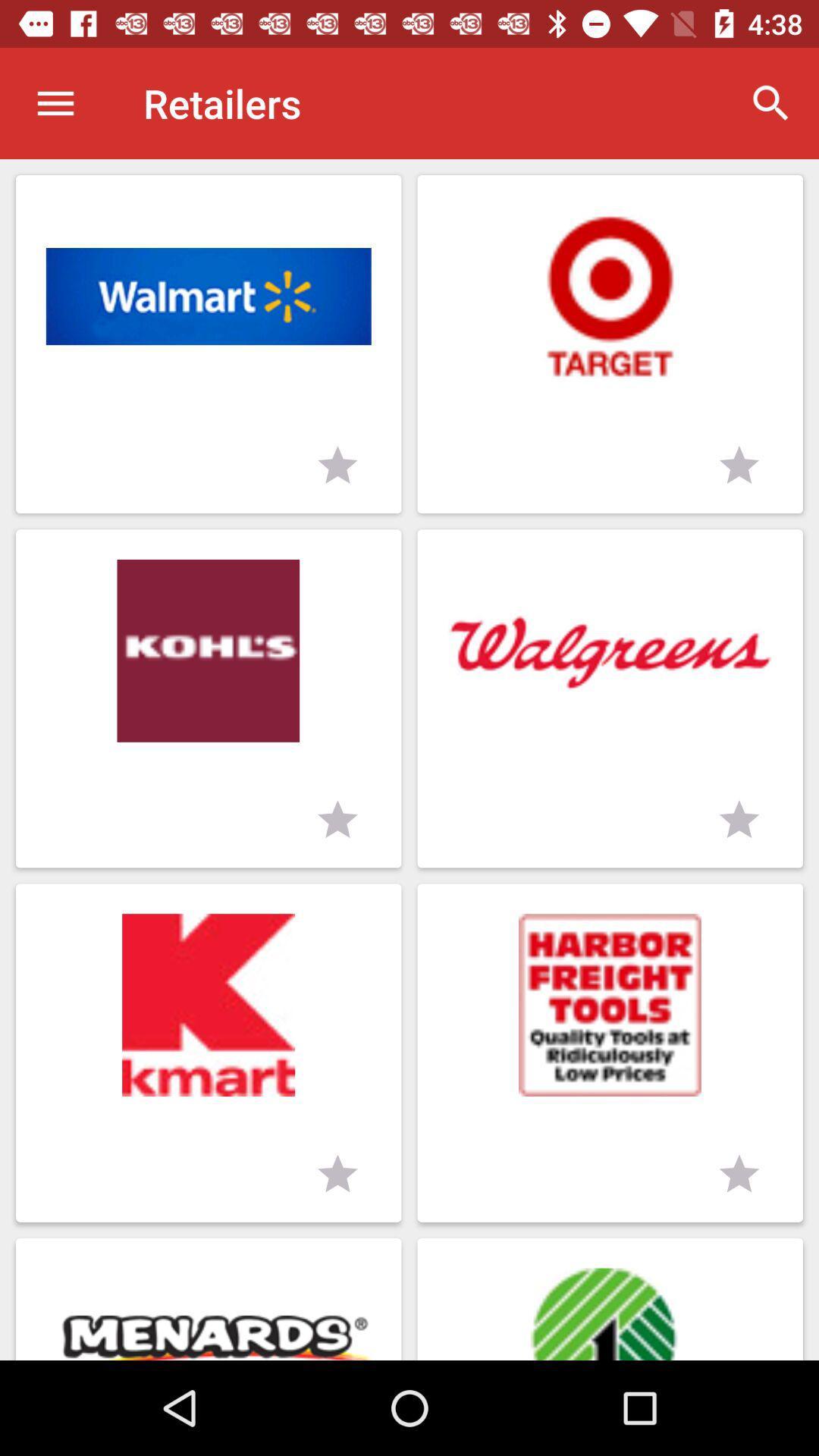 The width and height of the screenshot is (819, 1456). Describe the element at coordinates (771, 102) in the screenshot. I see `item next to the retailers item` at that location.